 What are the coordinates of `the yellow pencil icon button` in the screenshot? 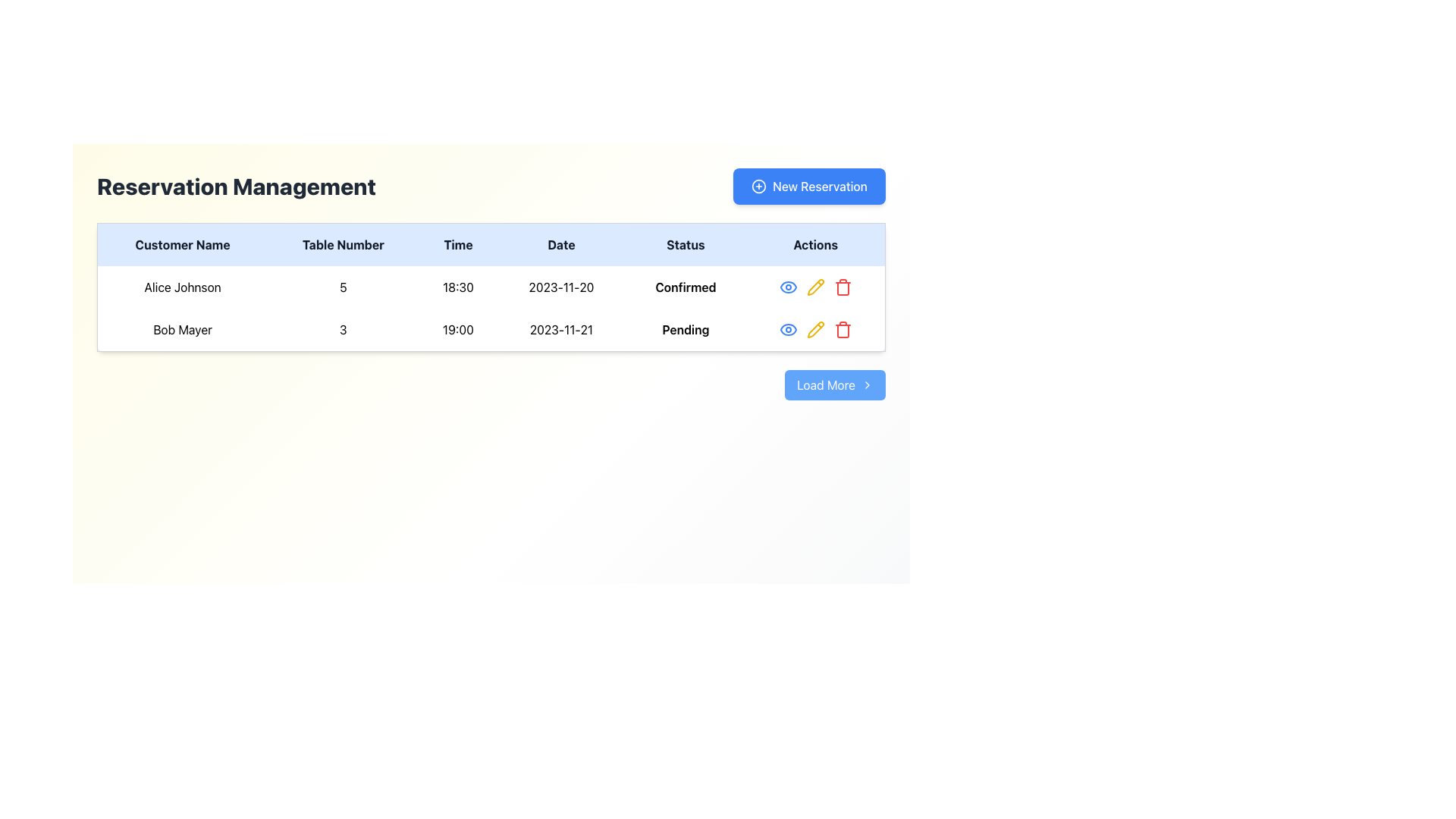 It's located at (814, 287).